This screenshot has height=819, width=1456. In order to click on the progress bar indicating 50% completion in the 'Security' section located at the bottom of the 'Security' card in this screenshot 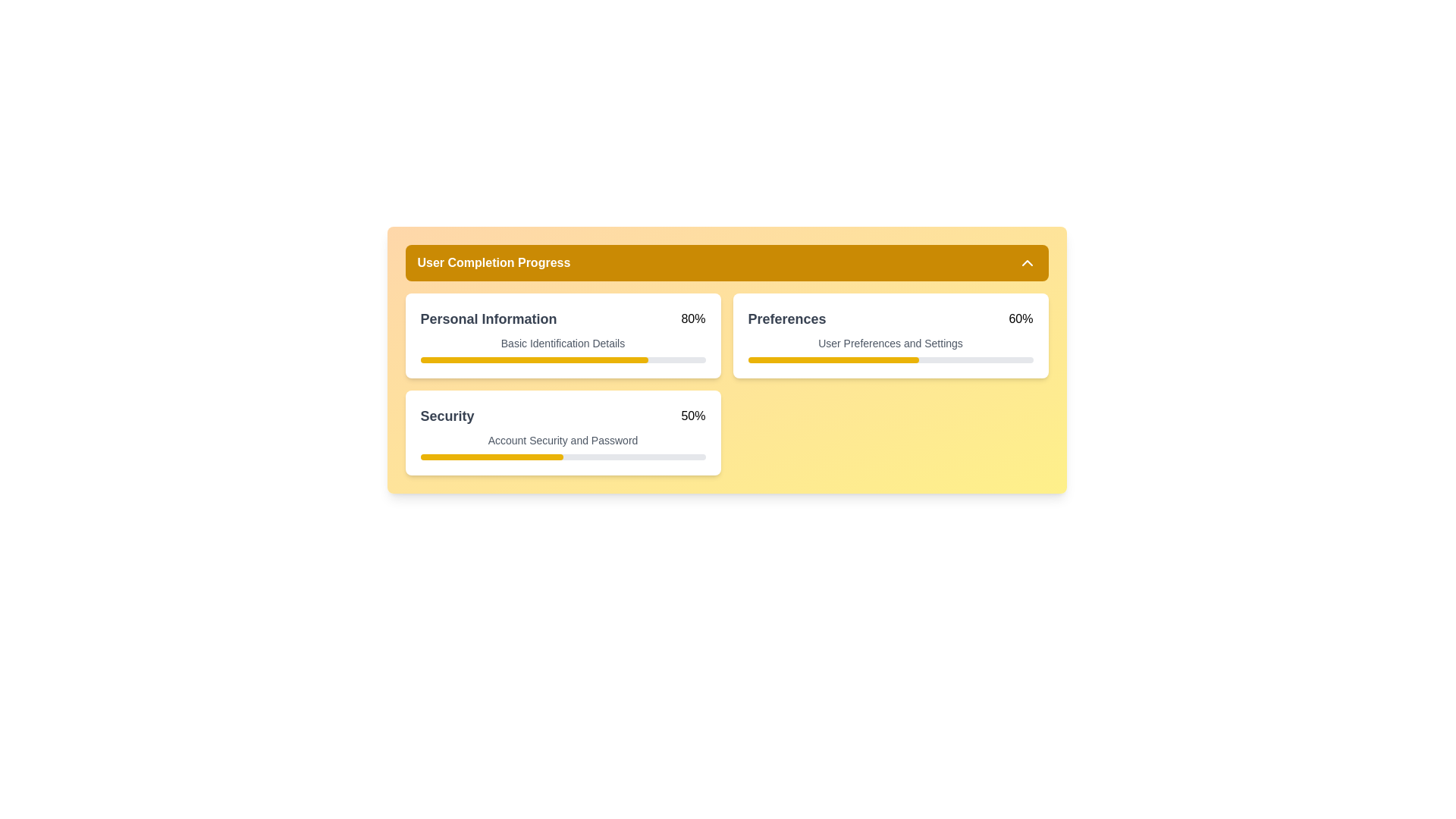, I will do `click(562, 456)`.